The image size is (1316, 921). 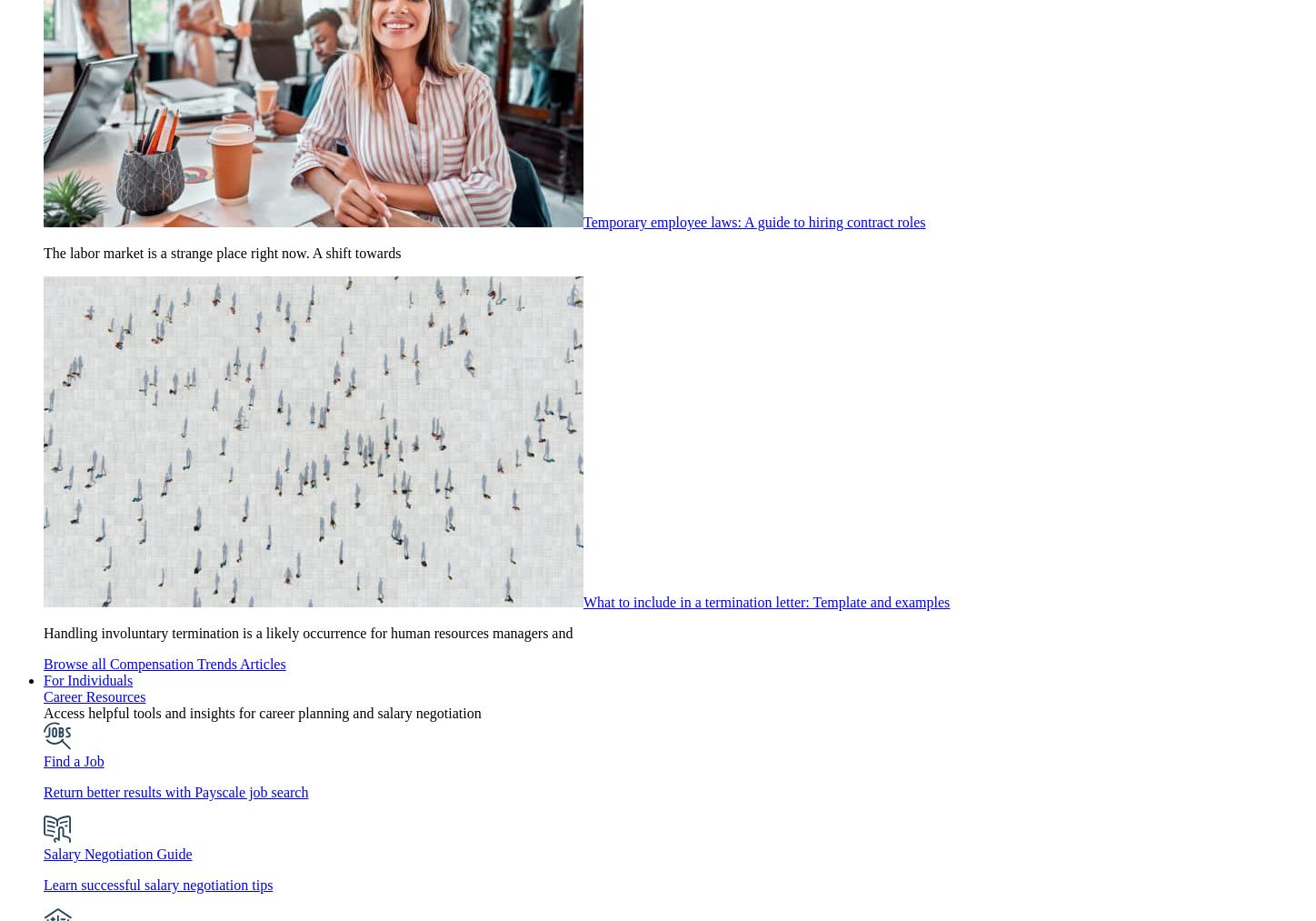 What do you see at coordinates (43, 664) in the screenshot?
I see `'Browse all Compensation Trends Articles'` at bounding box center [43, 664].